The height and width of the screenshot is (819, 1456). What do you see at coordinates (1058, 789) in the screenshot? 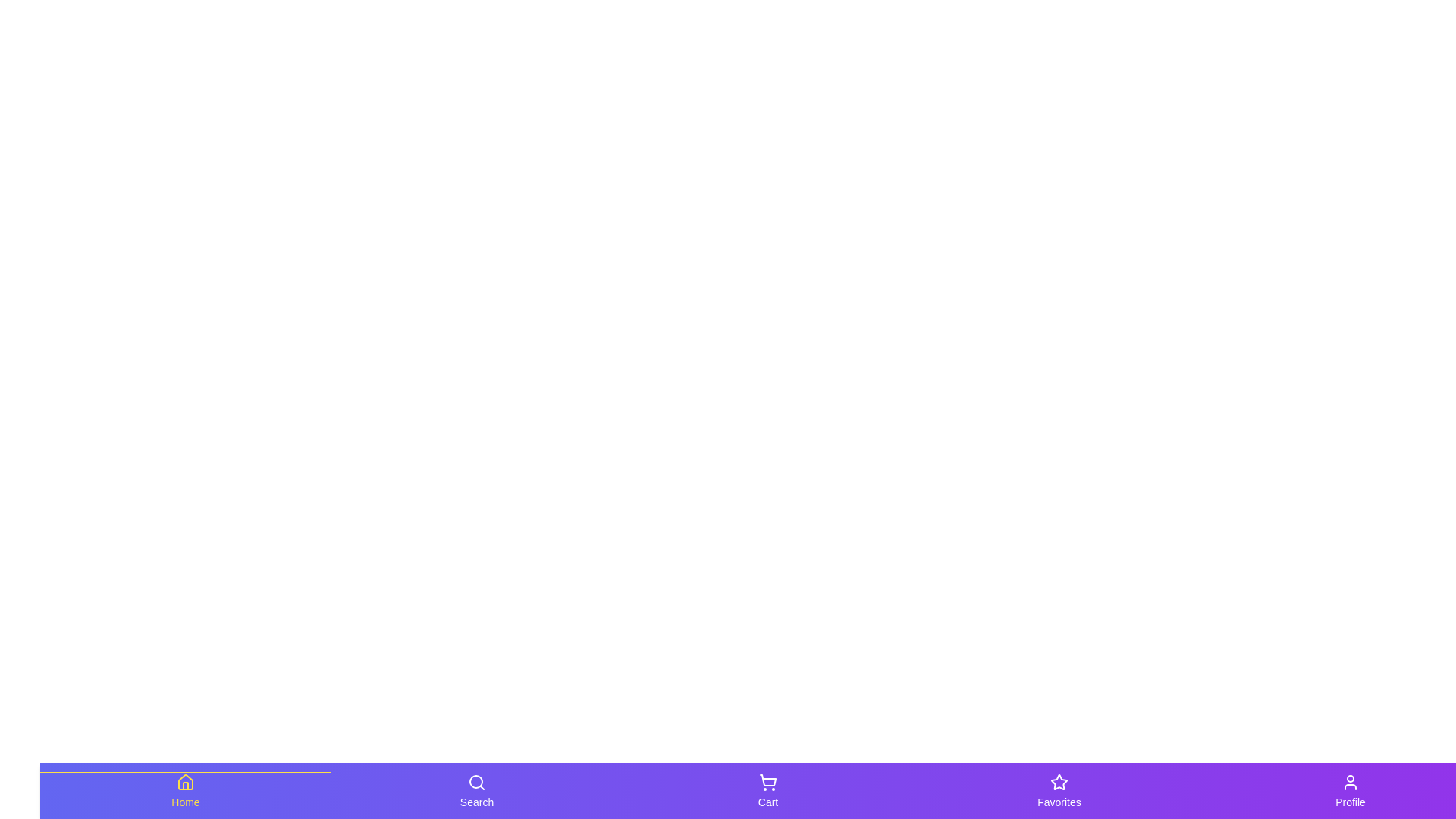
I see `the tab labeled Favorites` at bounding box center [1058, 789].